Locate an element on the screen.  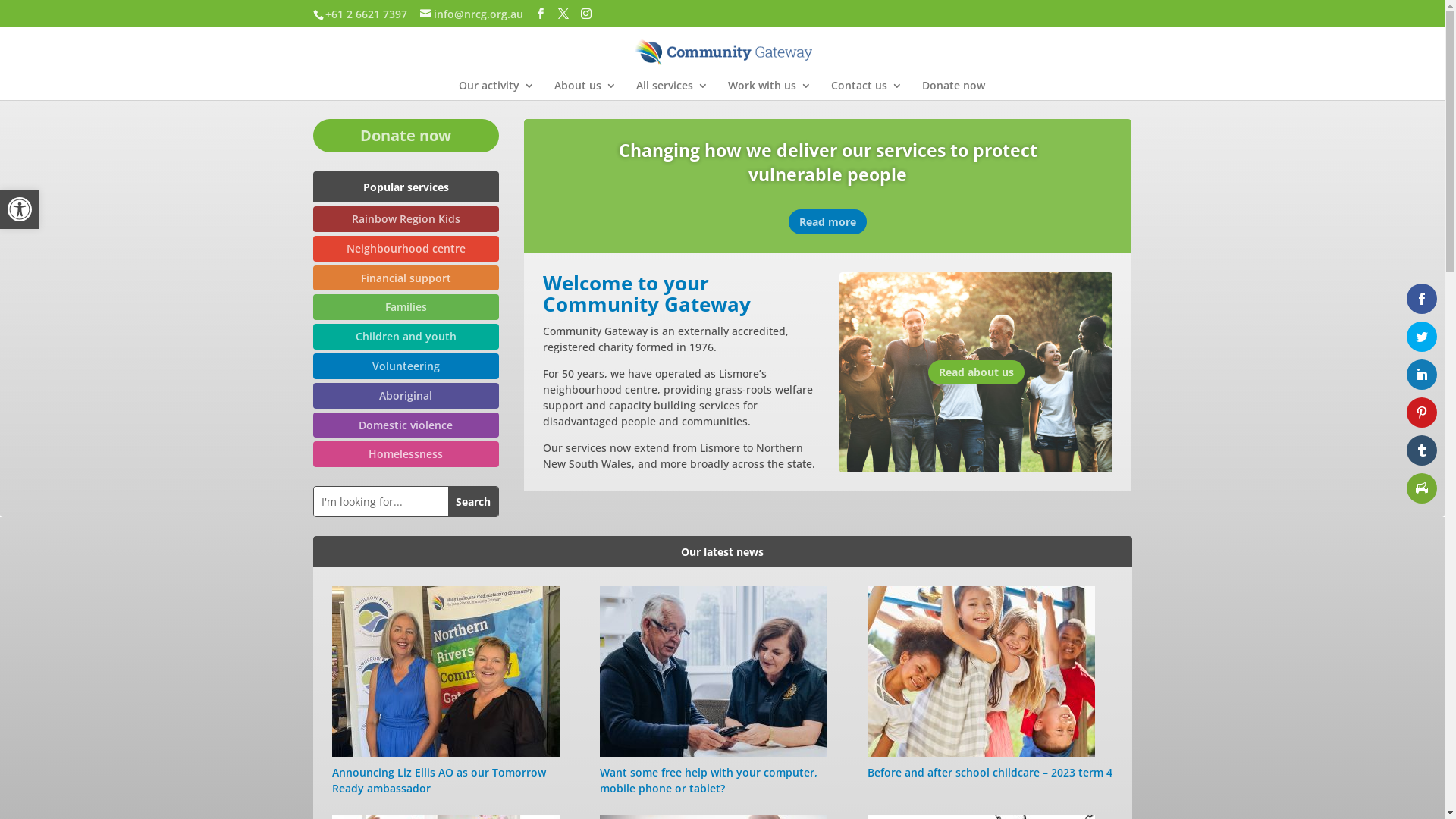
'Donate now' is located at coordinates (921, 90).